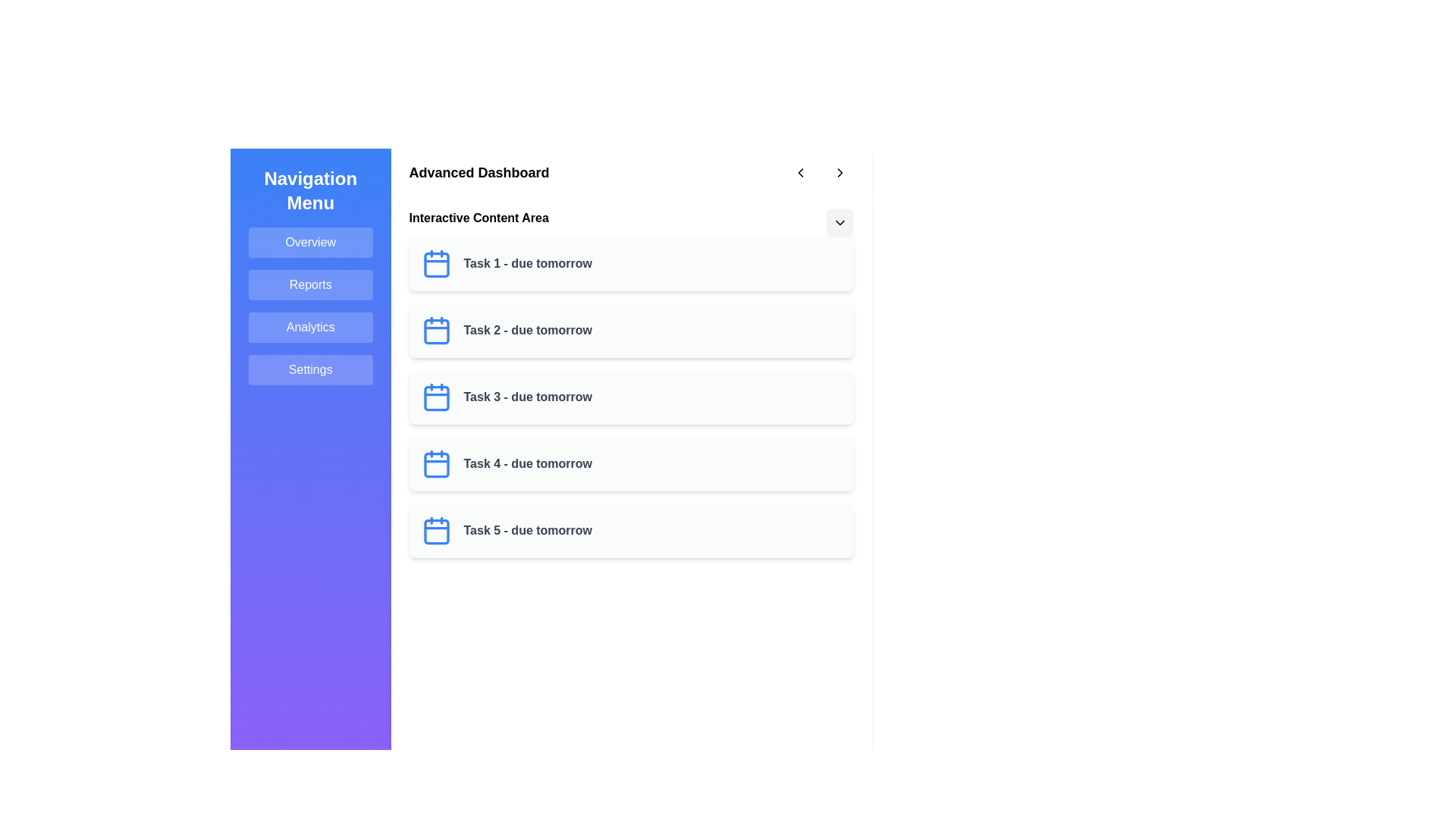 This screenshot has height=819, width=1456. What do you see at coordinates (800, 171) in the screenshot?
I see `the Chevron navigation icon within the rounded clickable button located at the top-right of the Advanced Dashboard section to change its appearance` at bounding box center [800, 171].